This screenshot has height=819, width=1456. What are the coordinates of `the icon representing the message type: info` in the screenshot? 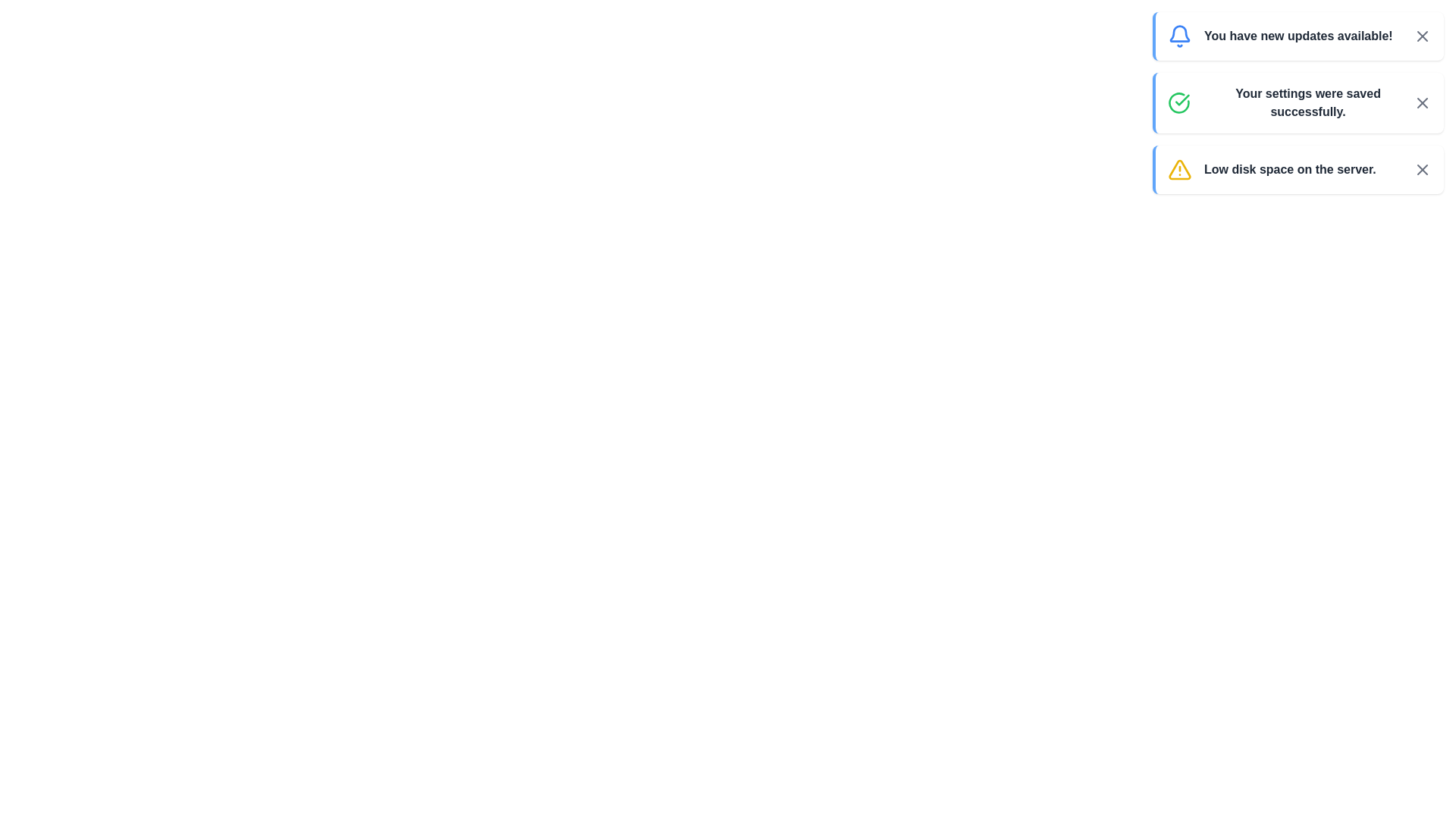 It's located at (1178, 35).